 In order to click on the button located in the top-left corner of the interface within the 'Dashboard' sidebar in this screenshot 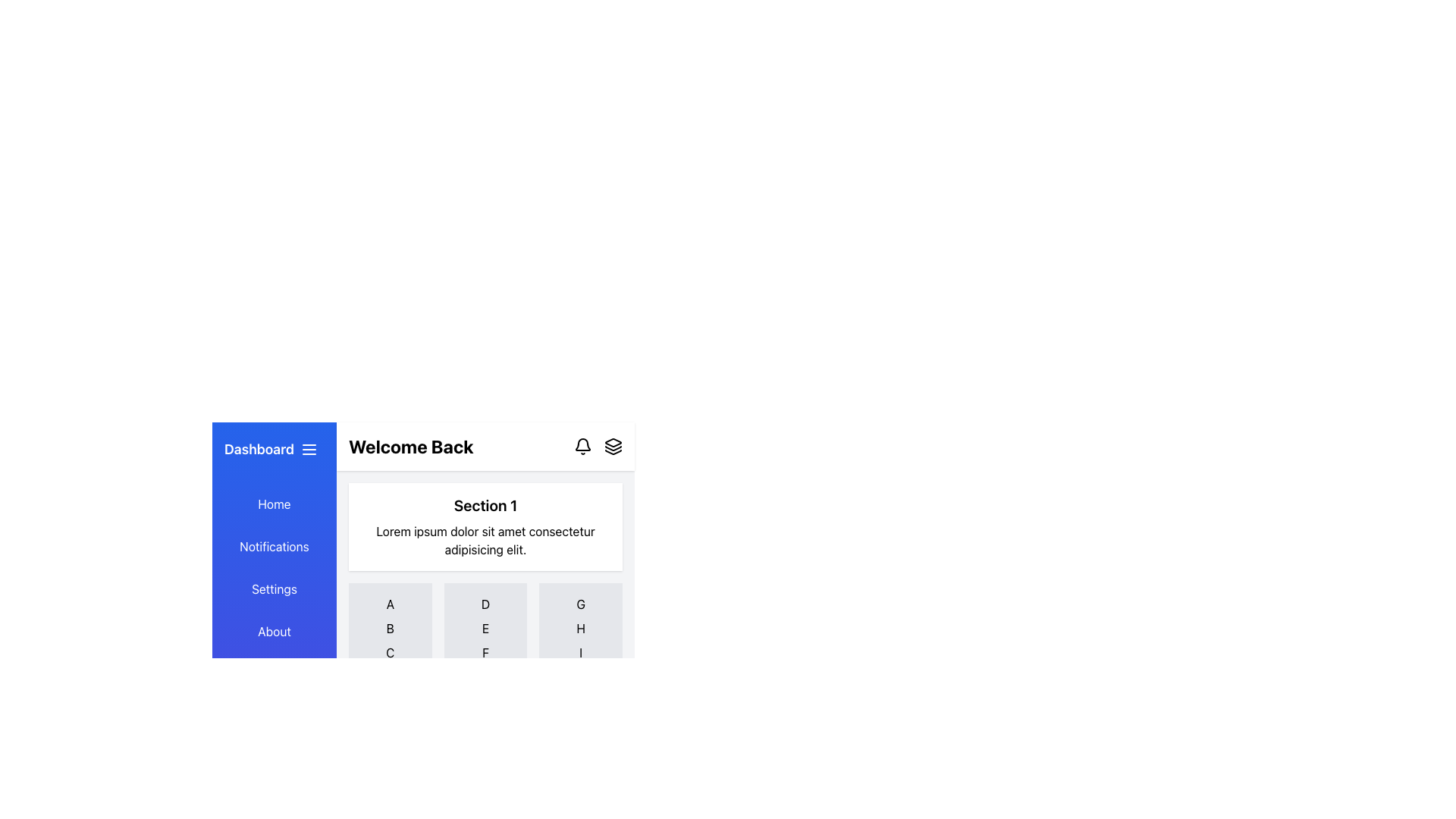, I will do `click(309, 449)`.